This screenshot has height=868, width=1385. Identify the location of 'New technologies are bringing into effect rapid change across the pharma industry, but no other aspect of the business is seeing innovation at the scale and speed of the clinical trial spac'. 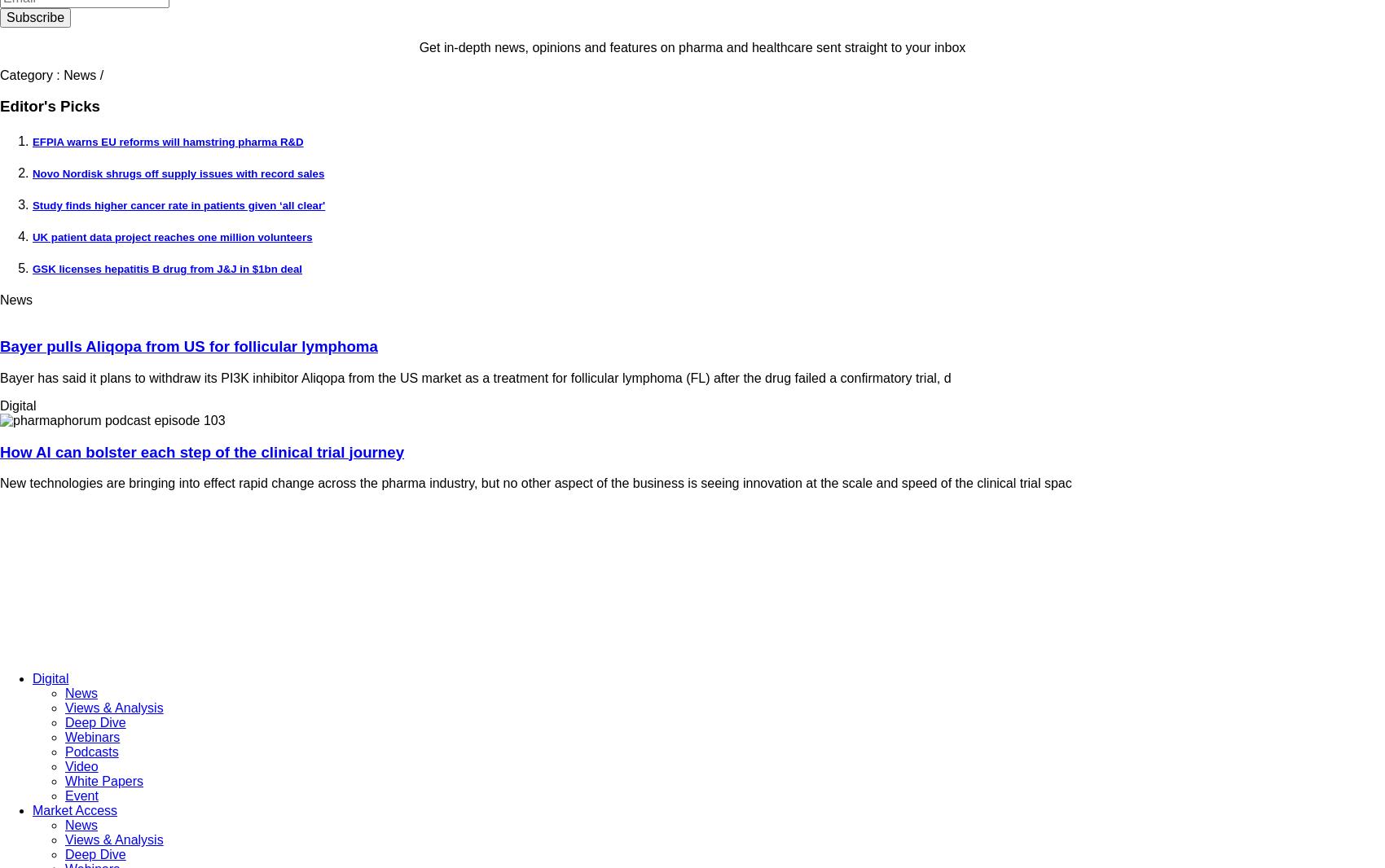
(535, 482).